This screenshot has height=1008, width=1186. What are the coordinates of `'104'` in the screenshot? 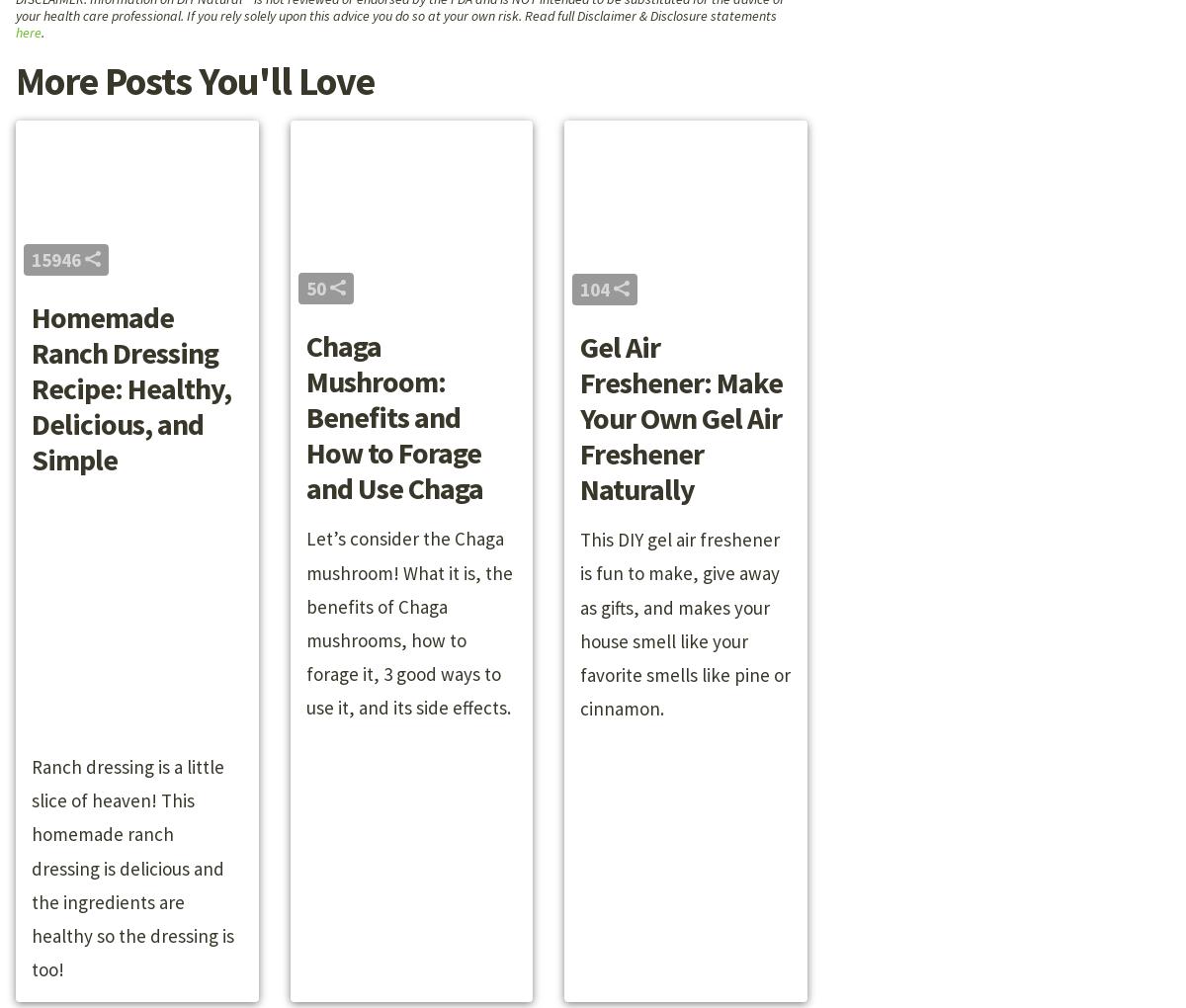 It's located at (595, 289).